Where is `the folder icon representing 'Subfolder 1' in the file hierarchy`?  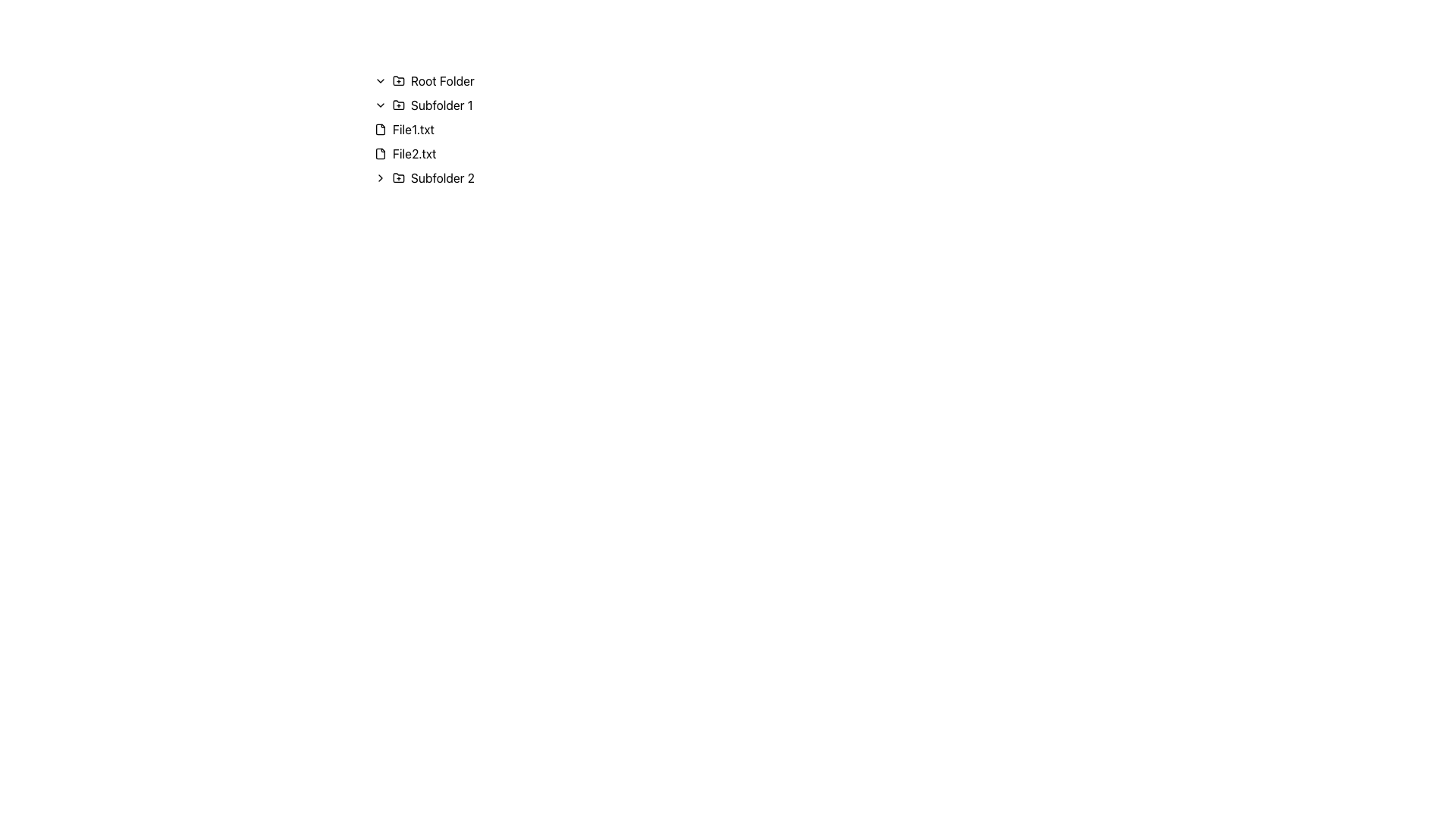
the folder icon representing 'Subfolder 1' in the file hierarchy is located at coordinates (399, 104).